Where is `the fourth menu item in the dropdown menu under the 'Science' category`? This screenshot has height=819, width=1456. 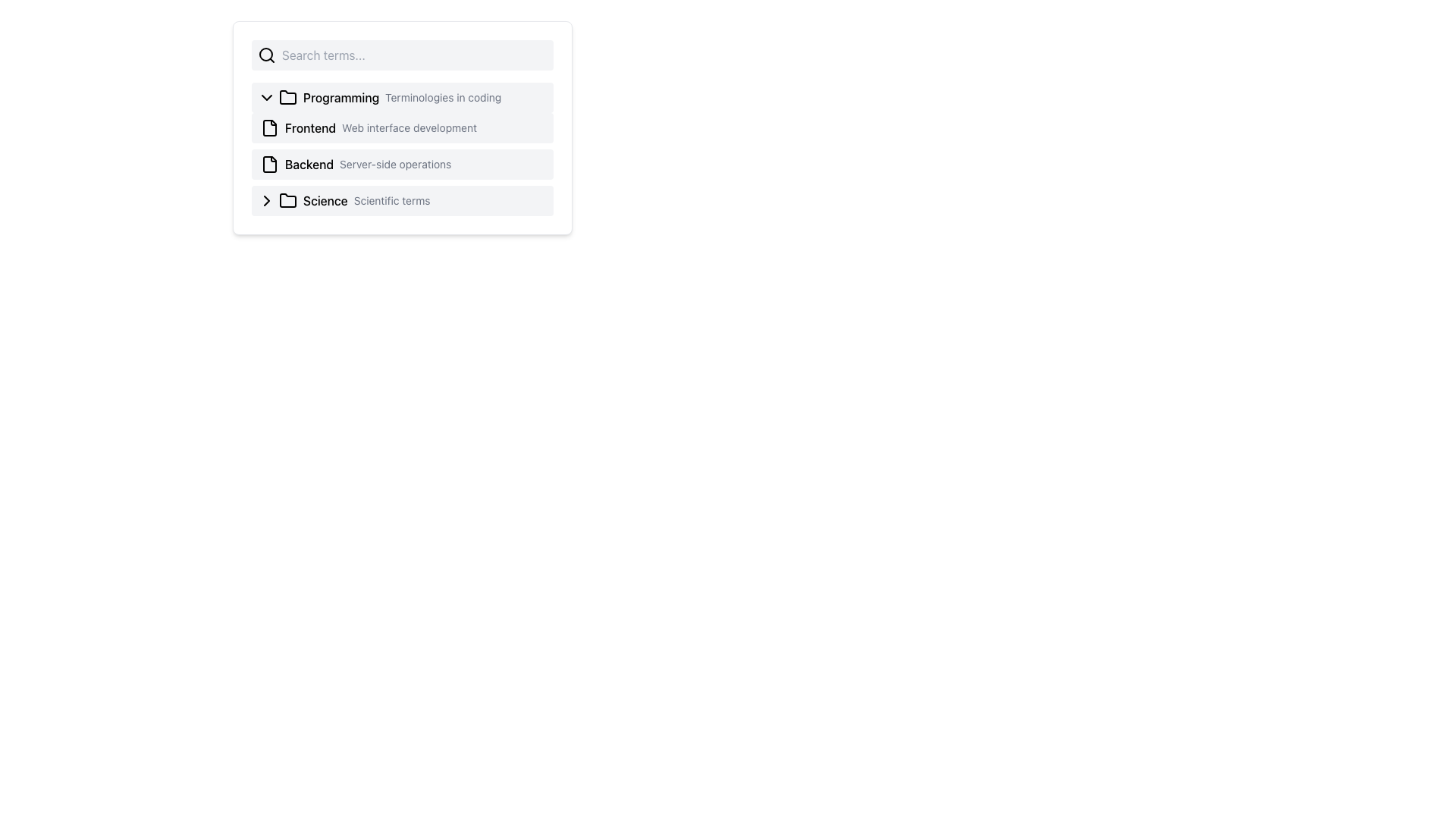 the fourth menu item in the dropdown menu under the 'Science' category is located at coordinates (403, 200).